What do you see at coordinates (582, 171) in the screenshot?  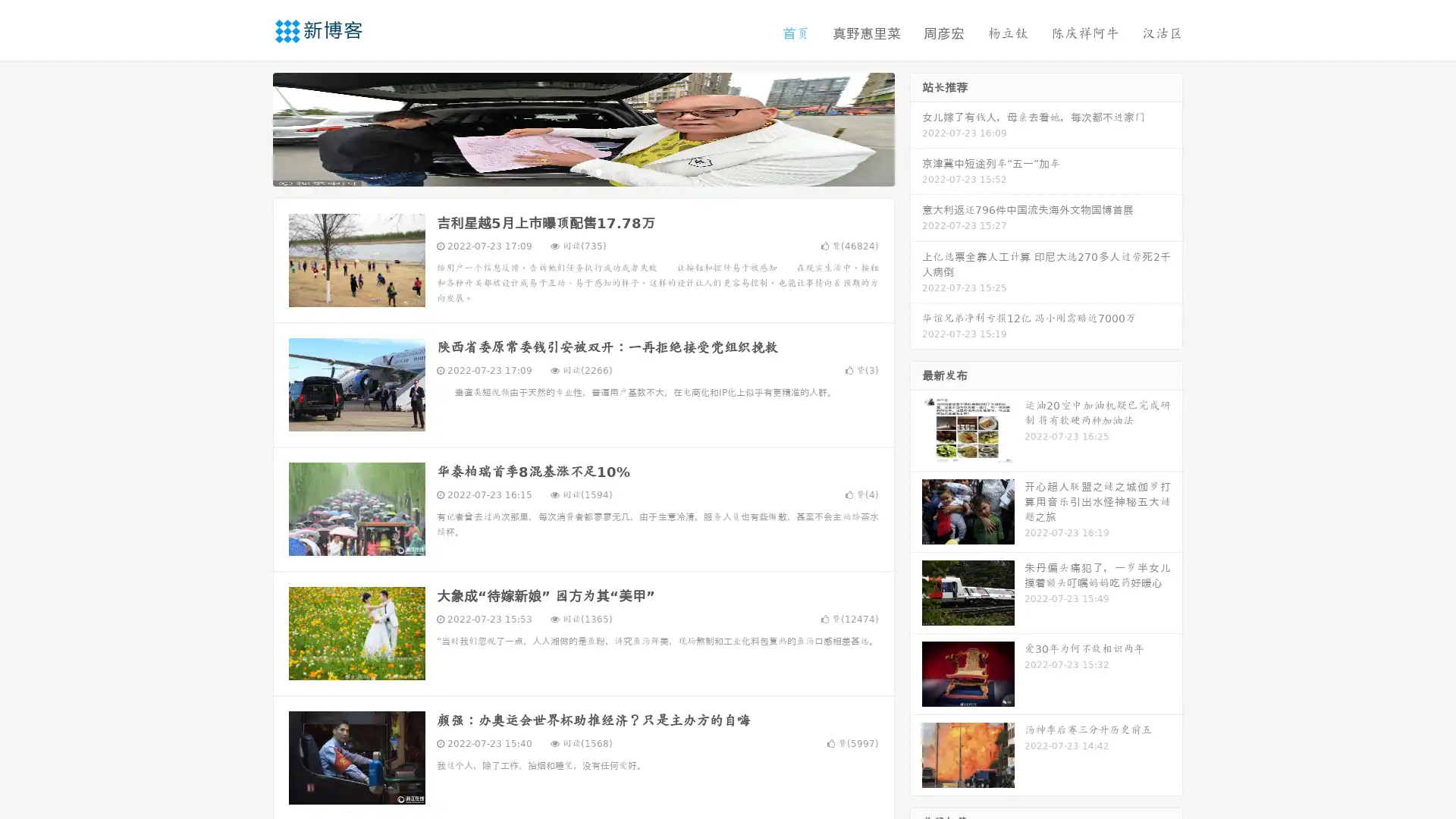 I see `Go to slide 2` at bounding box center [582, 171].